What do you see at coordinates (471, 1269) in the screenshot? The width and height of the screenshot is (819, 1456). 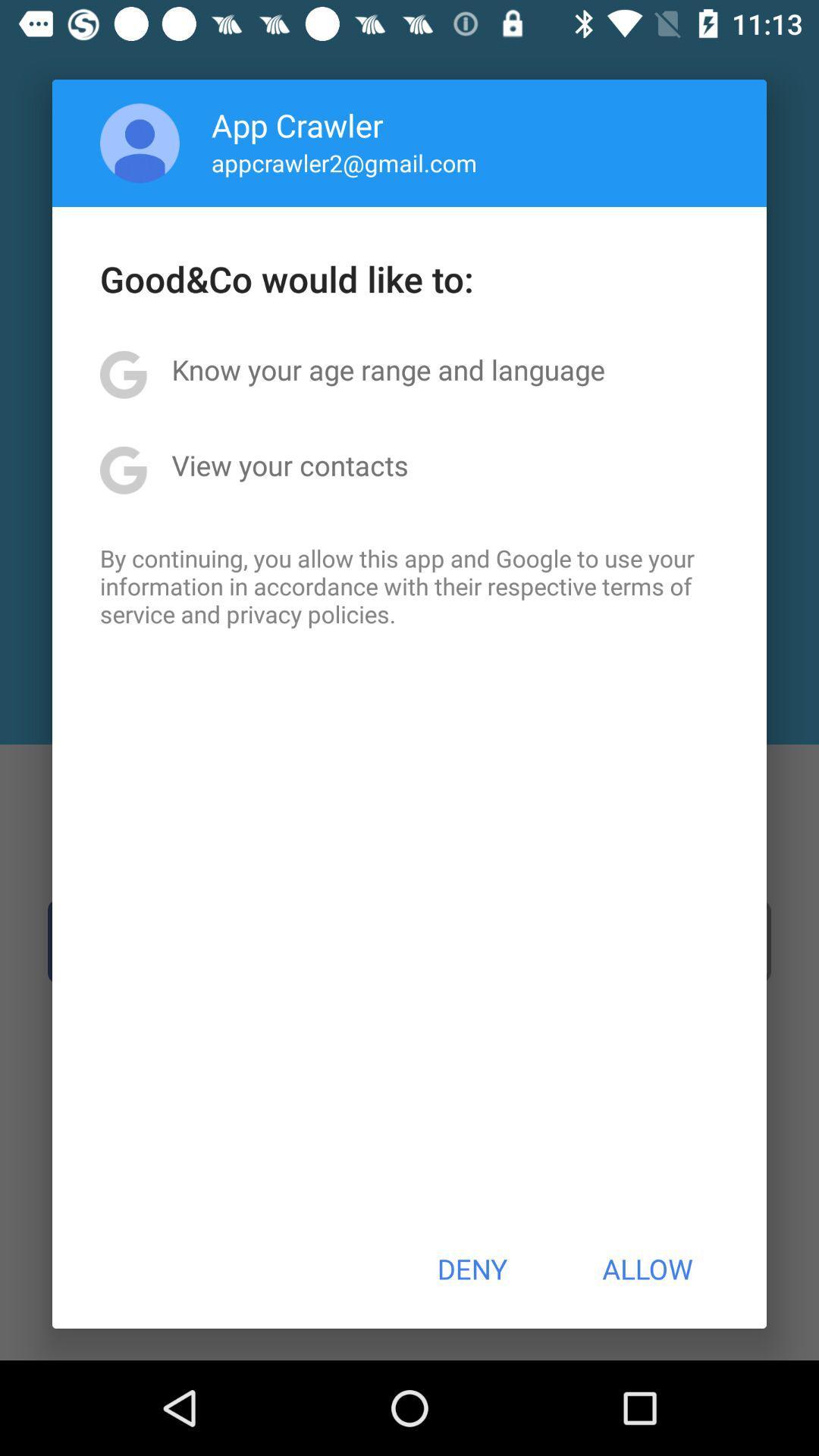 I see `the item below by continuing you` at bounding box center [471, 1269].